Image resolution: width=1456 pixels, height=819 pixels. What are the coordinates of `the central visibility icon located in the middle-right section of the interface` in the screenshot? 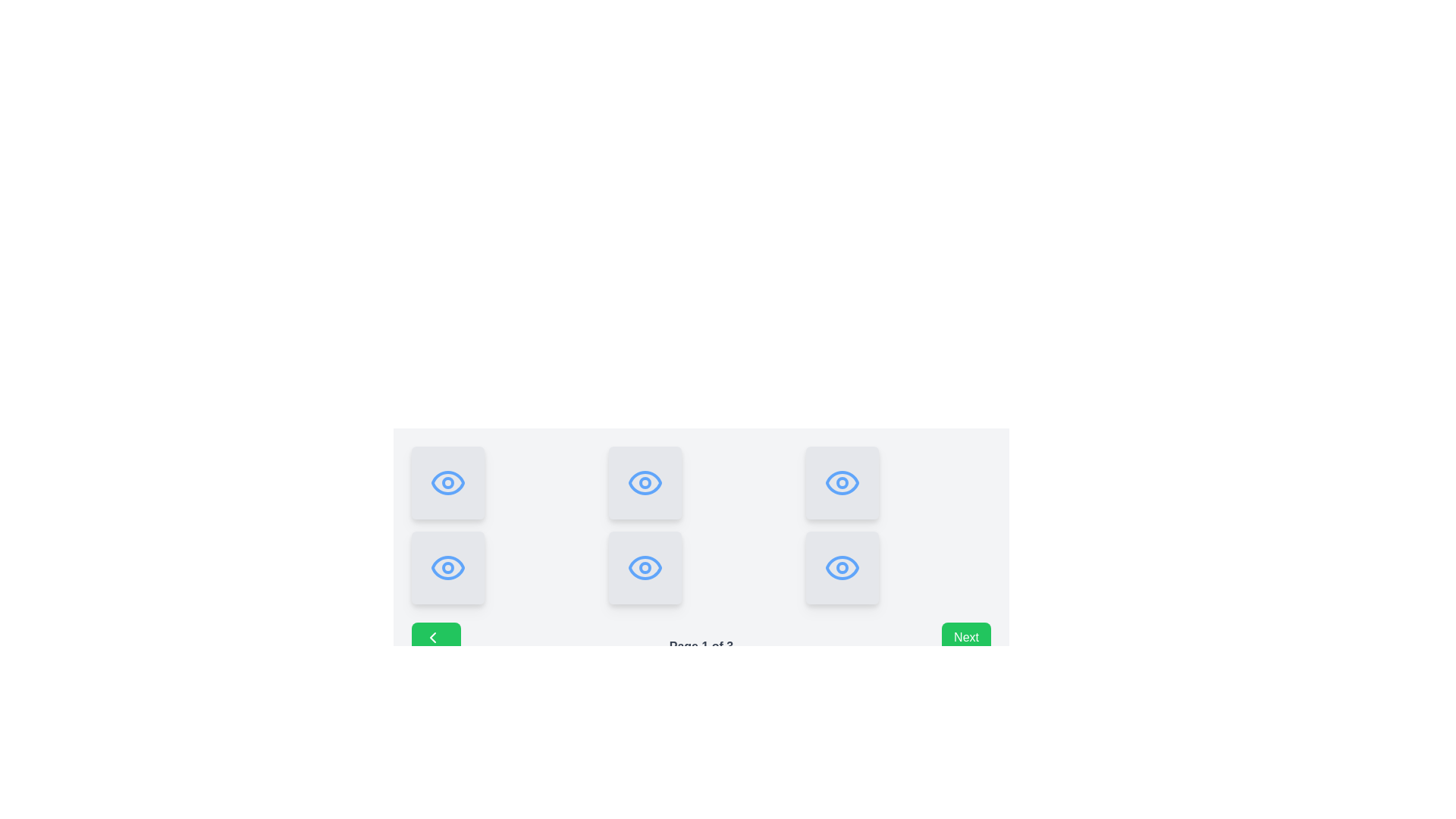 It's located at (645, 567).